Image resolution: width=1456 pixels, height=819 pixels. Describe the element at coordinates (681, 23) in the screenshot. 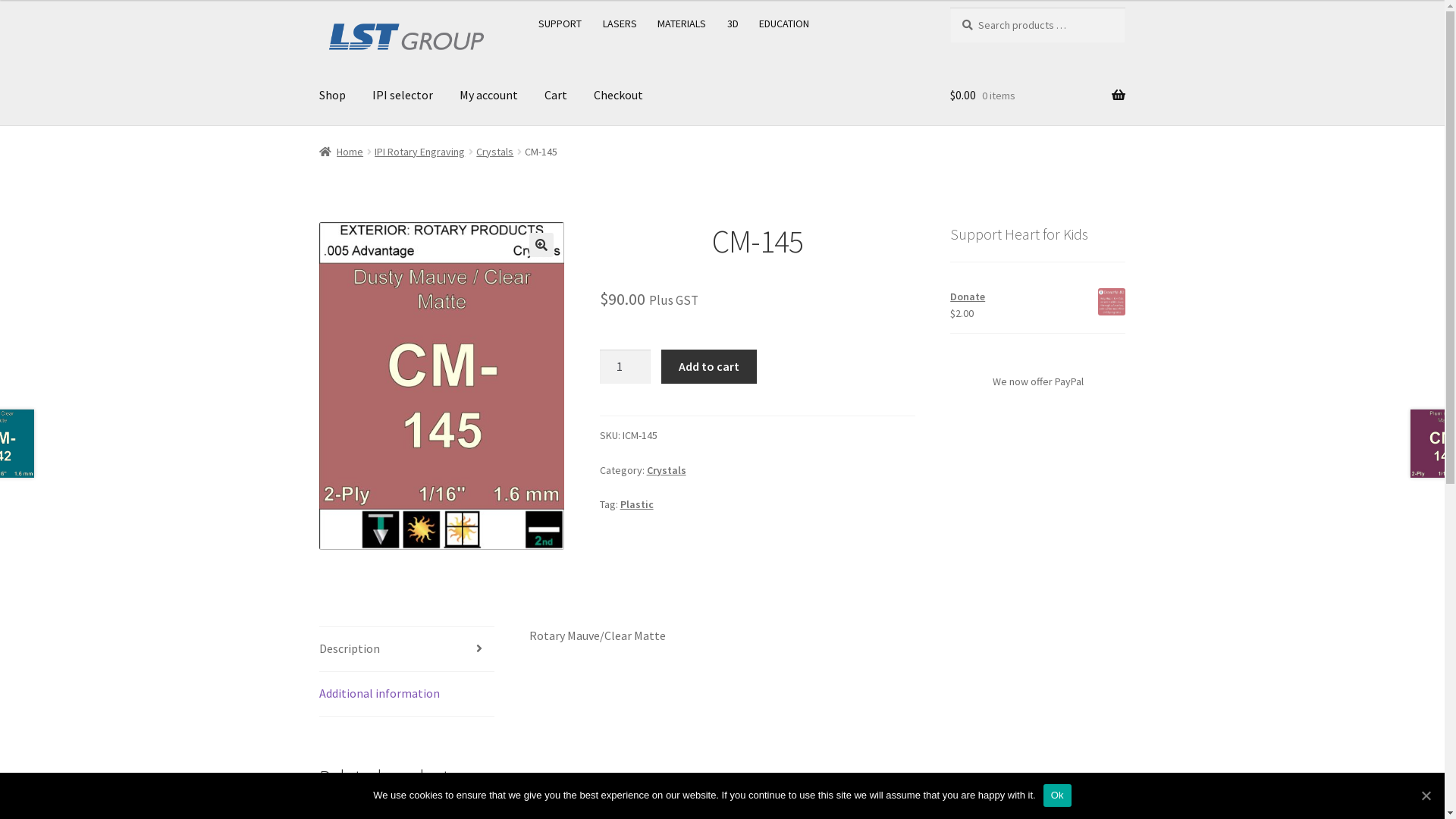

I see `'MATERIALS'` at that location.